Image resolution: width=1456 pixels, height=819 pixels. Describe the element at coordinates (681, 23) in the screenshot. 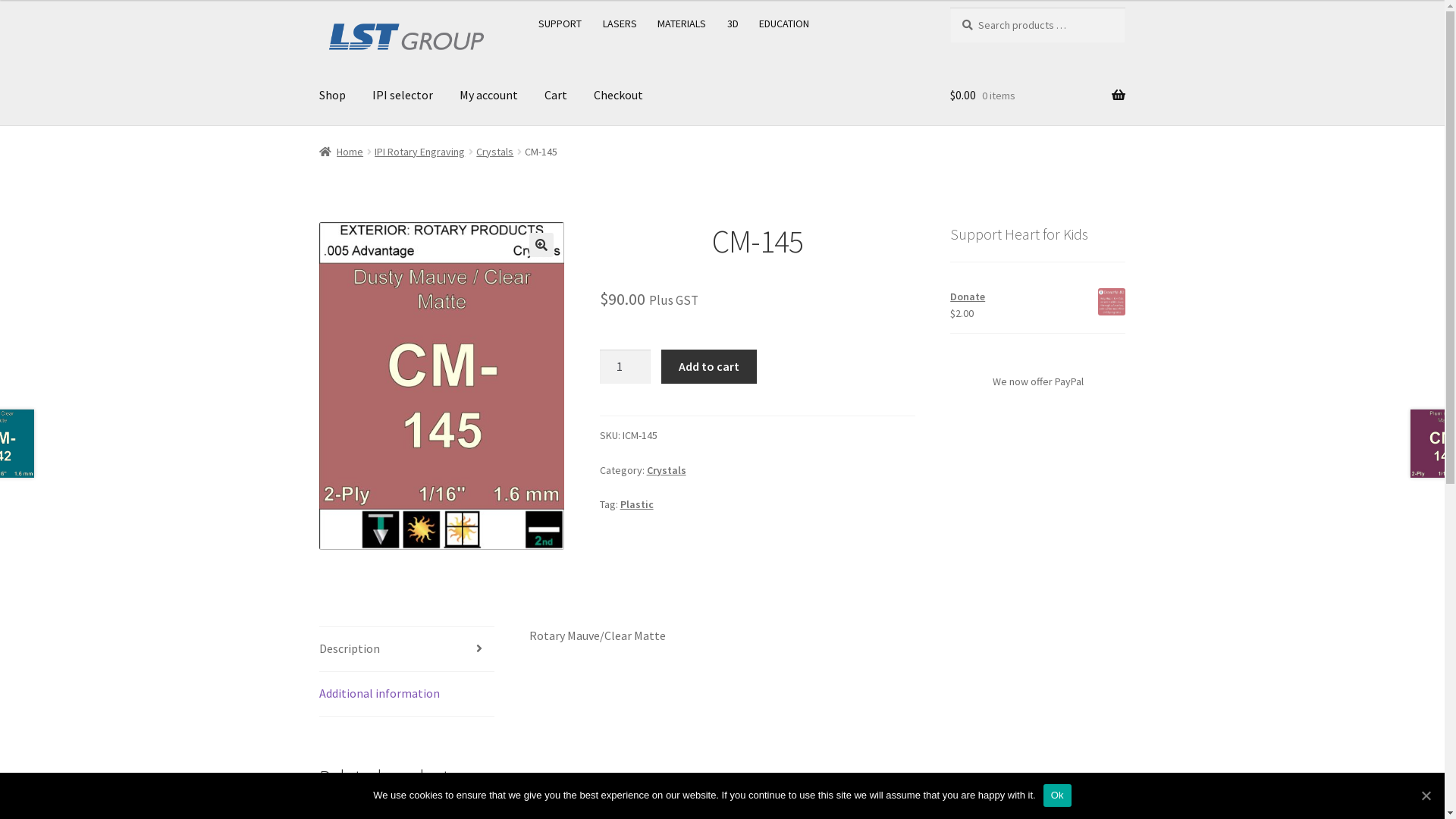

I see `'MATERIALS'` at that location.